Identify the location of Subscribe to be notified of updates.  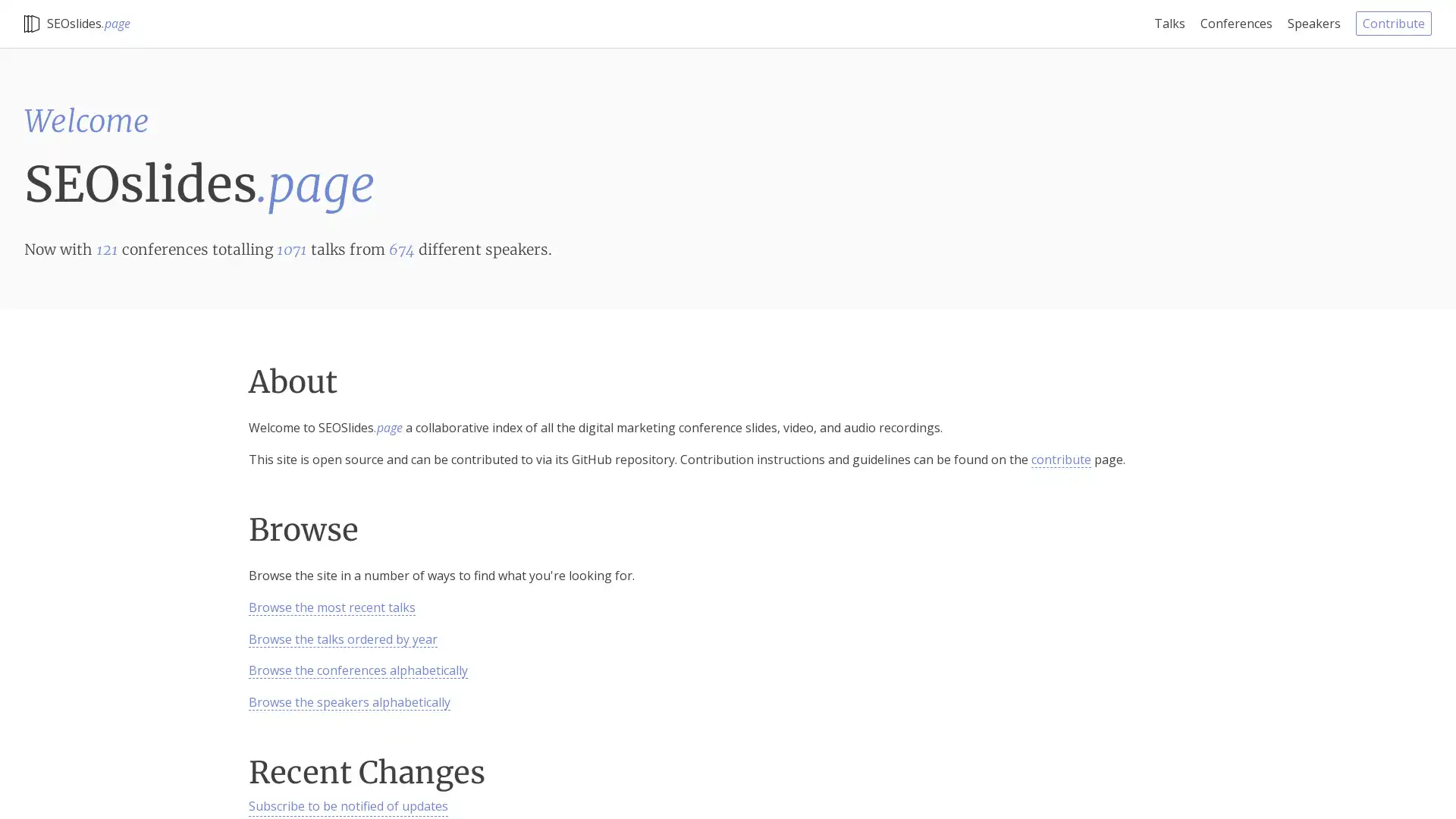
(347, 806).